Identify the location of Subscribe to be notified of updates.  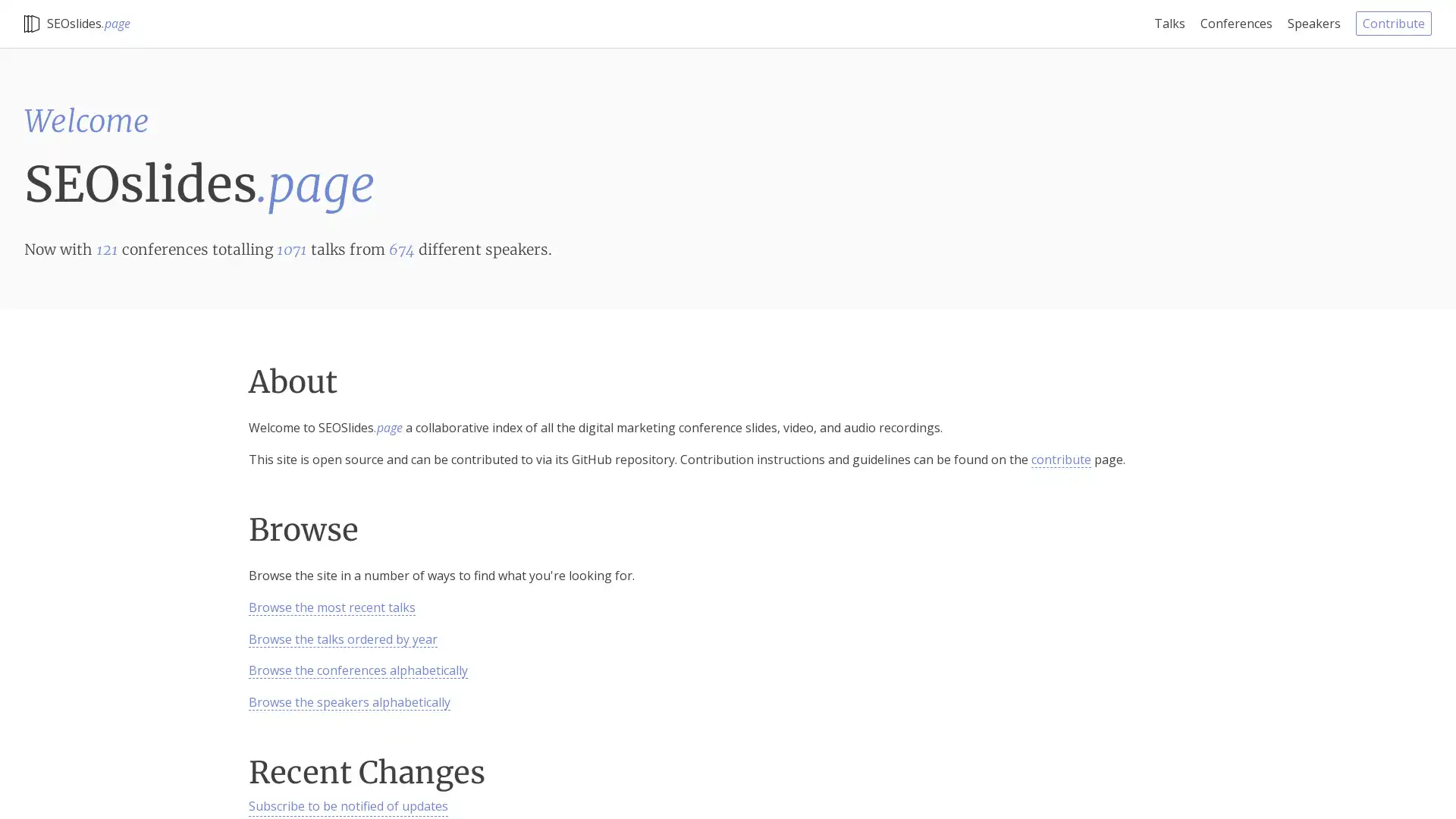
(347, 806).